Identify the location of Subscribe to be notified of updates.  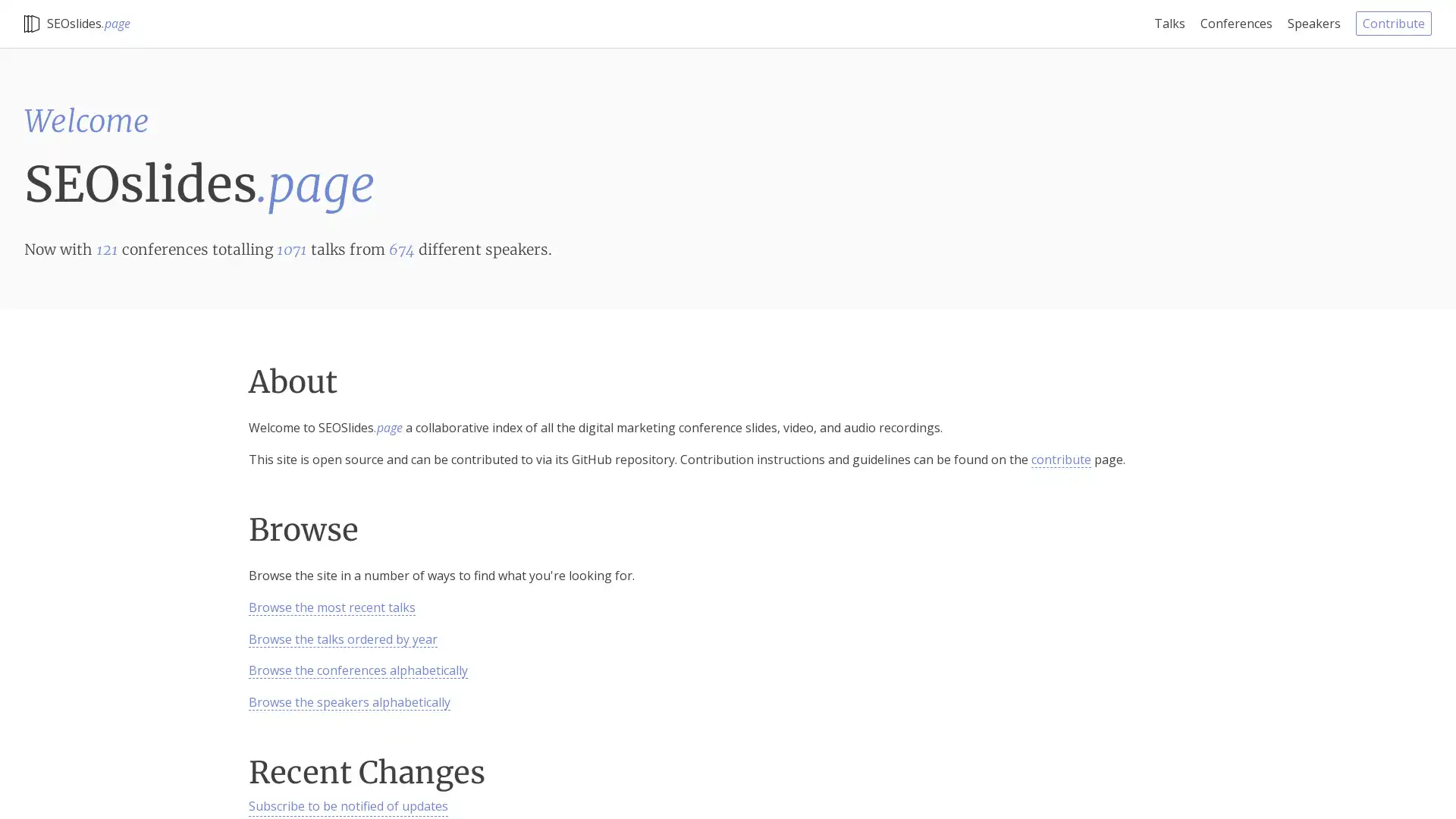
(347, 806).